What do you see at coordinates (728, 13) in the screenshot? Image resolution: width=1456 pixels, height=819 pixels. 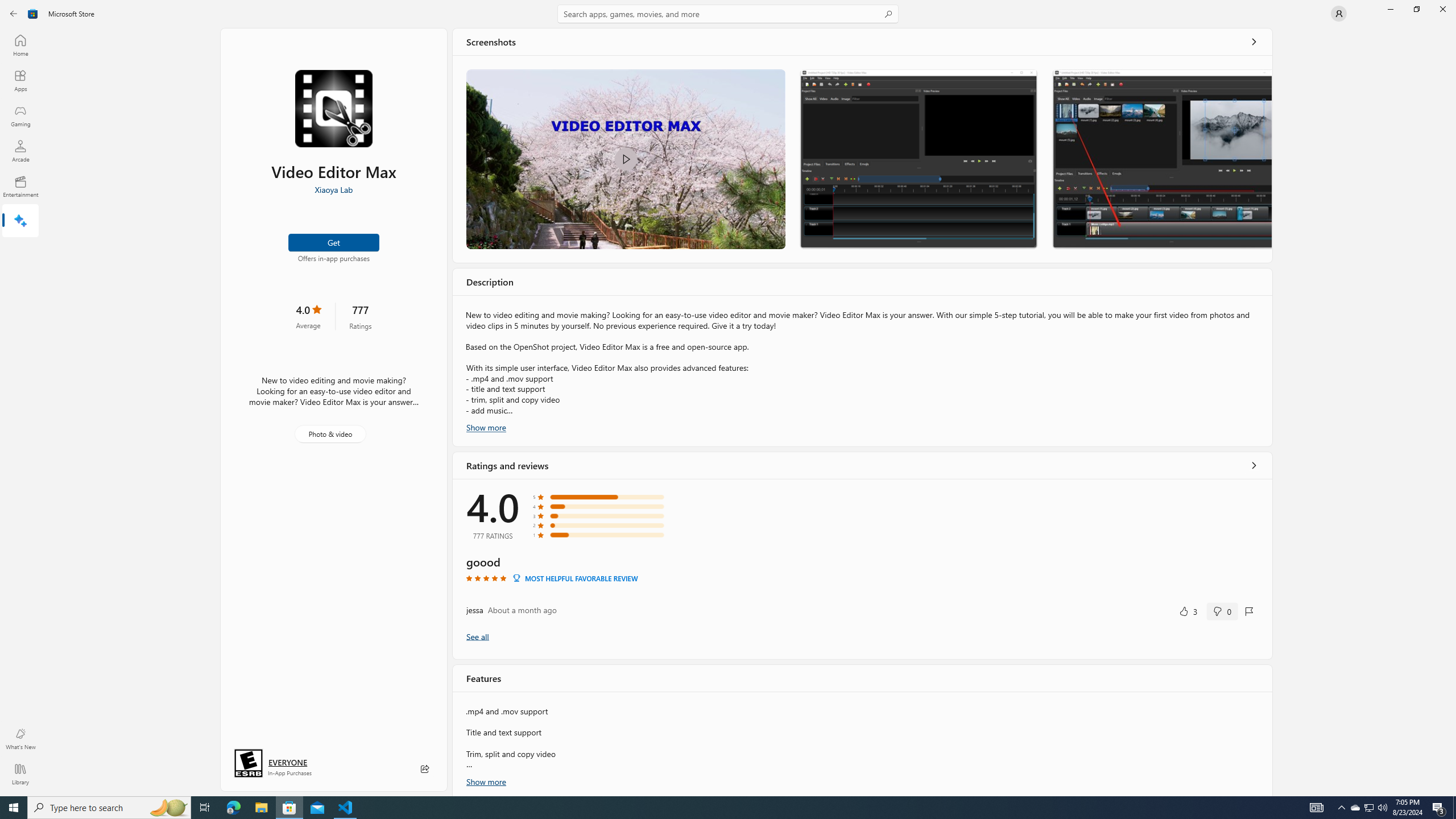 I see `'Search'` at bounding box center [728, 13].